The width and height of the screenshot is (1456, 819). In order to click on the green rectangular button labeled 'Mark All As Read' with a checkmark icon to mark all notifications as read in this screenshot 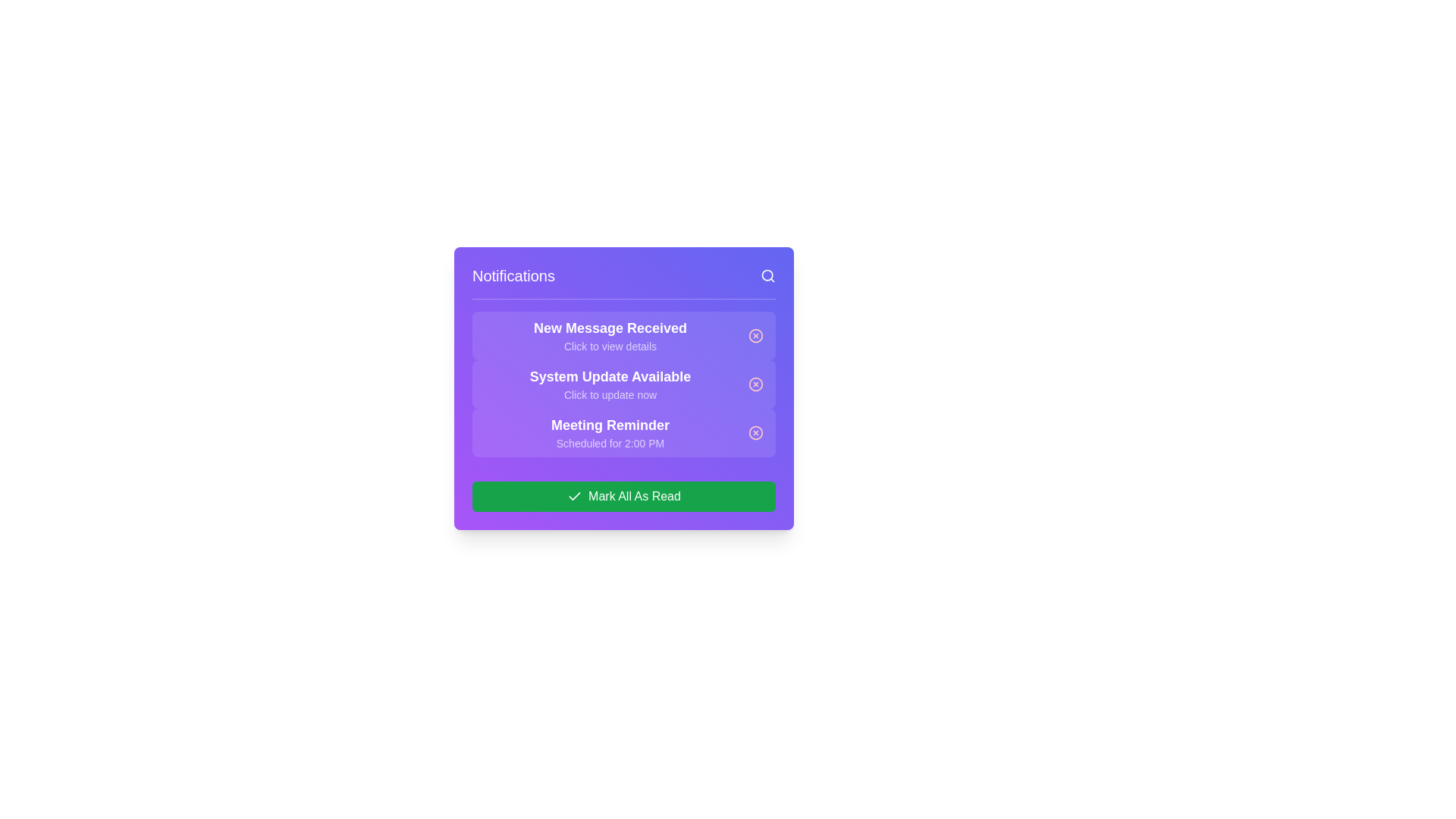, I will do `click(623, 491)`.